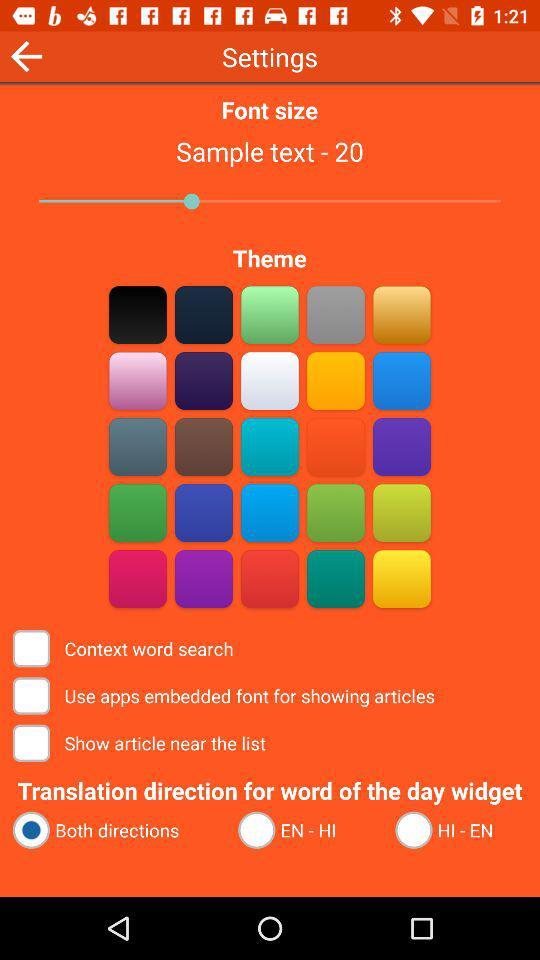 The width and height of the screenshot is (540, 960). I want to click on the radio button next to the en - hi icon, so click(116, 830).